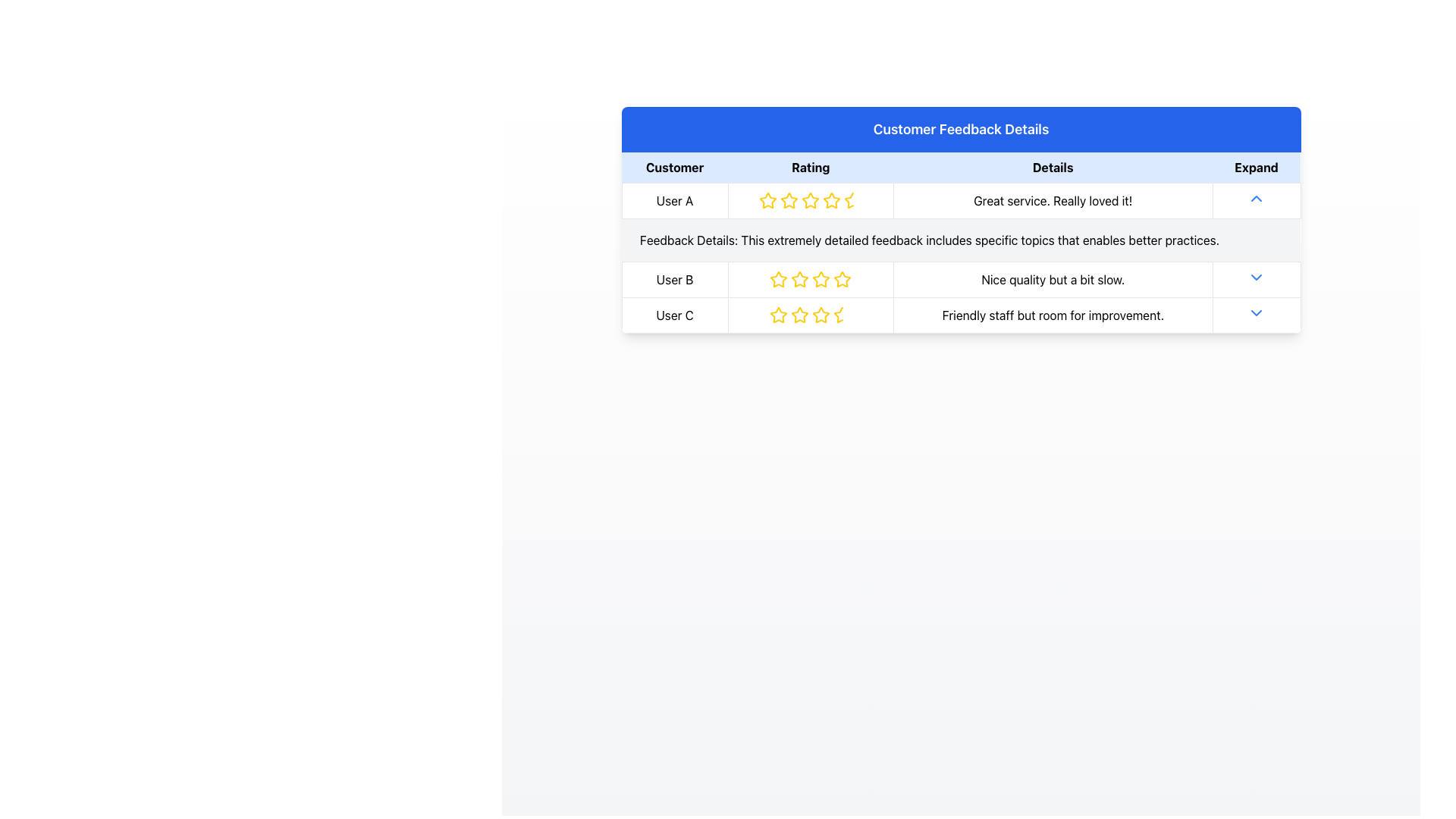 This screenshot has height=819, width=1456. What do you see at coordinates (1052, 315) in the screenshot?
I see `the Text Display Box located in the 'Details' column of the table, adjacent to the 'User C' row header` at bounding box center [1052, 315].